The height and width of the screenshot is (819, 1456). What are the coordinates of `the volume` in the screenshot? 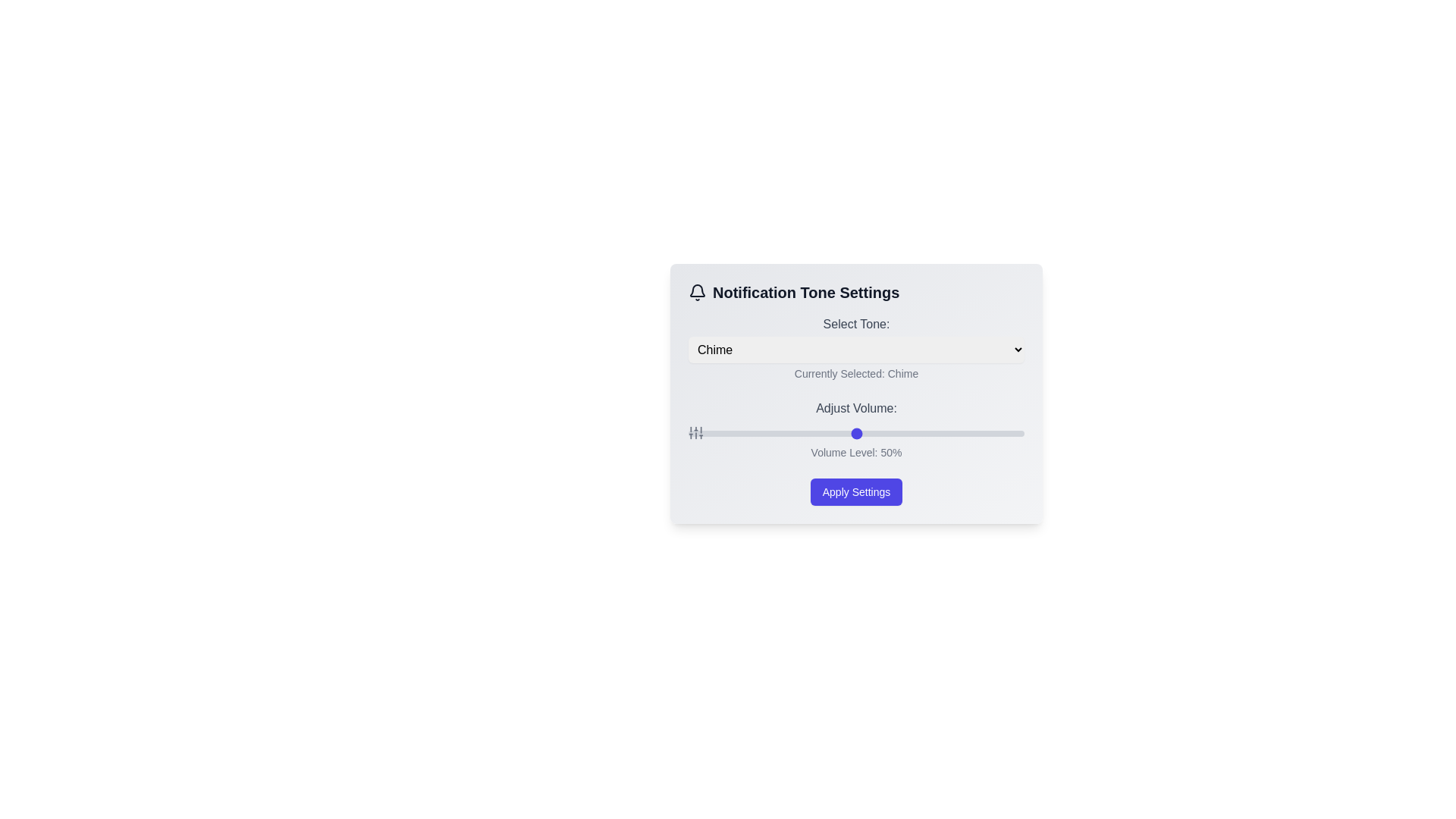 It's located at (870, 433).